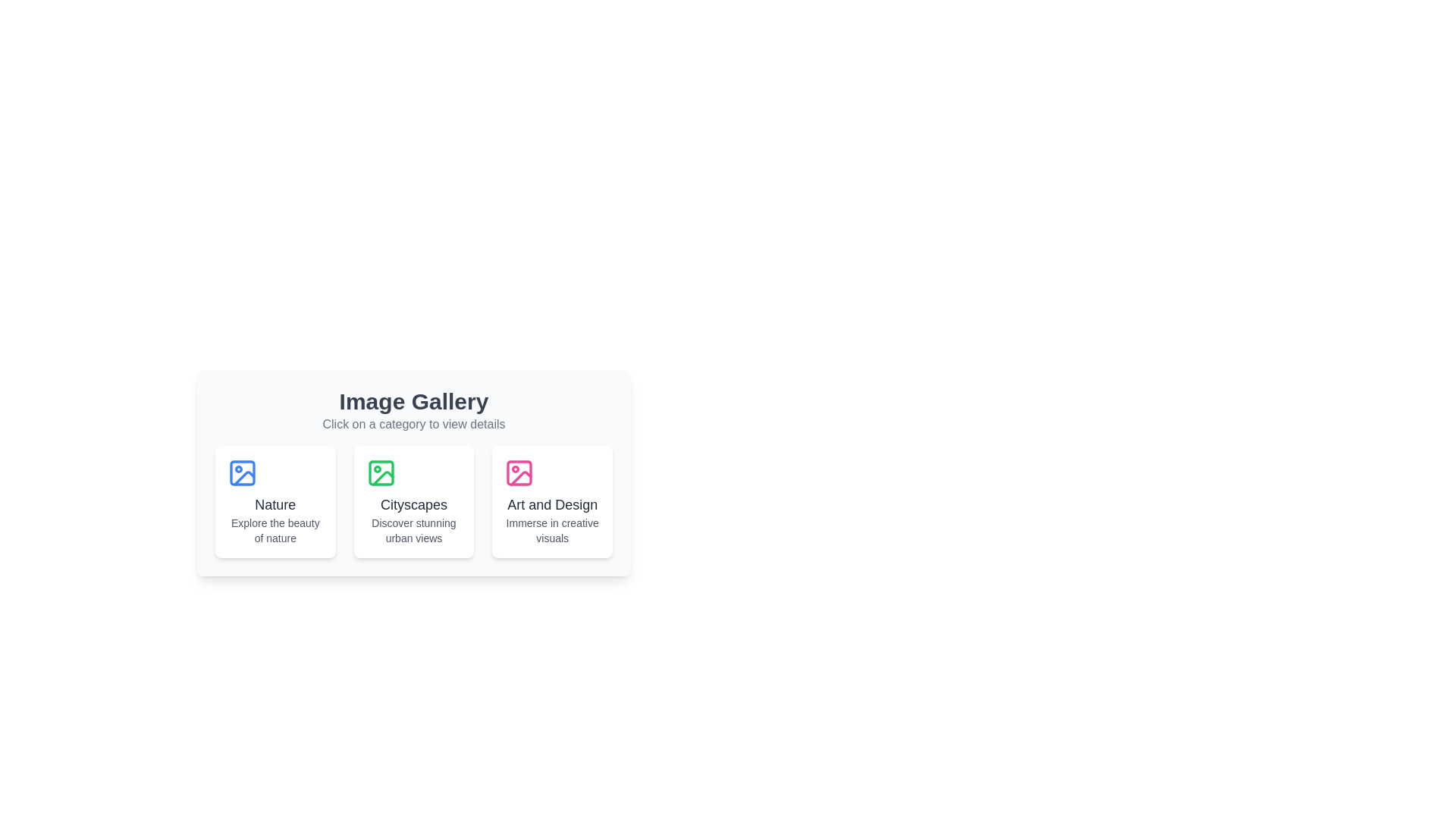 The height and width of the screenshot is (819, 1456). What do you see at coordinates (275, 529) in the screenshot?
I see `the descriptive caption or subtitle text located within the 'Nature' card, which is positioned directly below the text 'Nature' and aligned centrally within the card` at bounding box center [275, 529].